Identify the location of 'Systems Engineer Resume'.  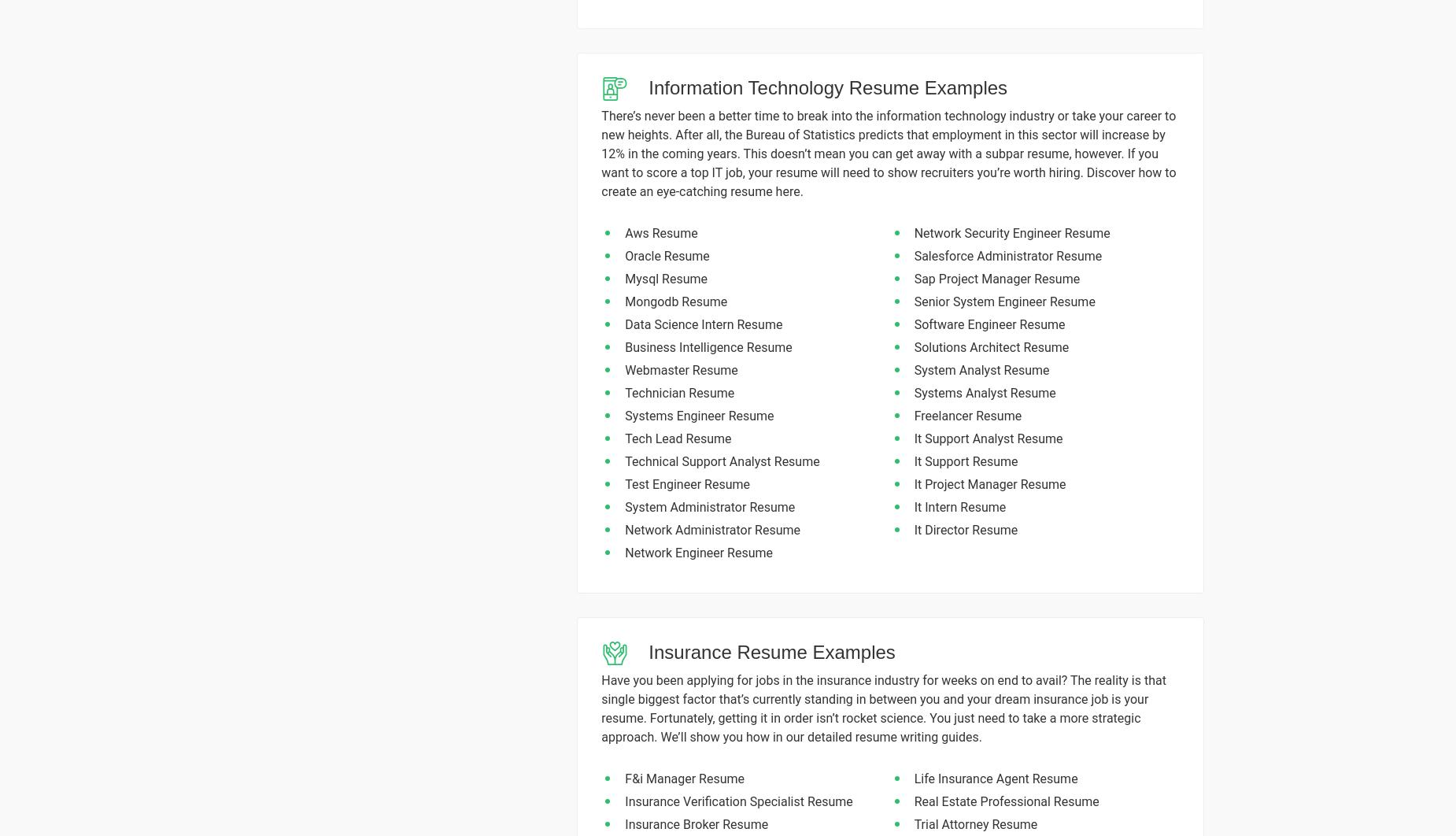
(699, 415).